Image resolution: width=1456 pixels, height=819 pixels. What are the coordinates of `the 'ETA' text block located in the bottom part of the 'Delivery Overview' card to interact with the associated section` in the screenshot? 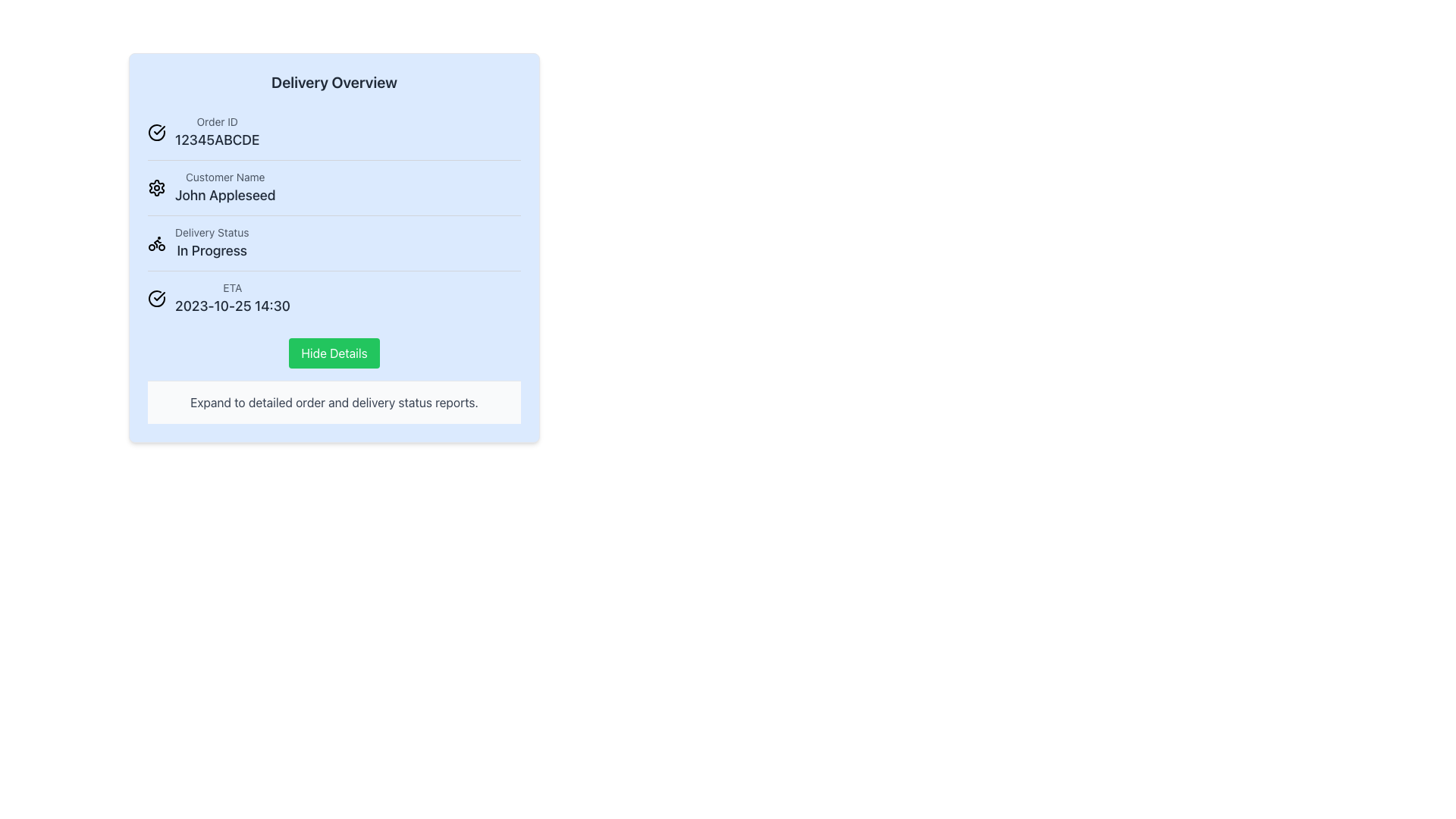 It's located at (232, 298).